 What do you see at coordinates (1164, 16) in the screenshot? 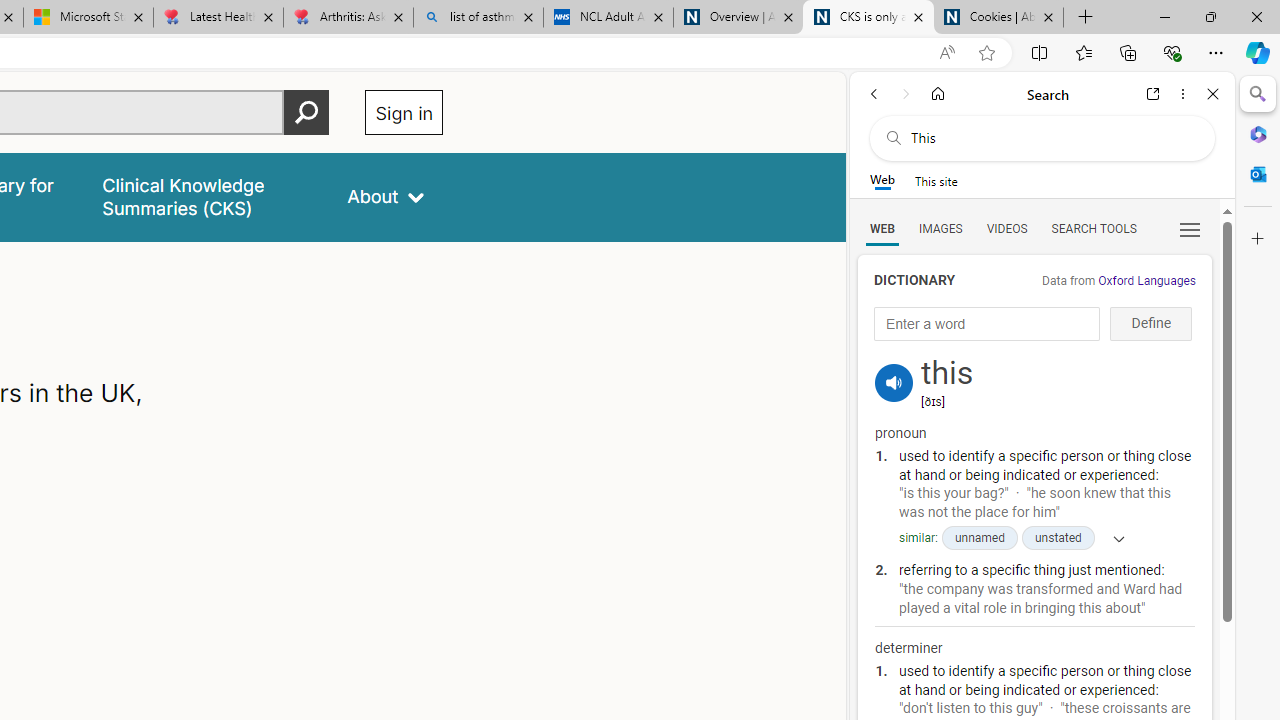
I see `'Minimize'` at bounding box center [1164, 16].